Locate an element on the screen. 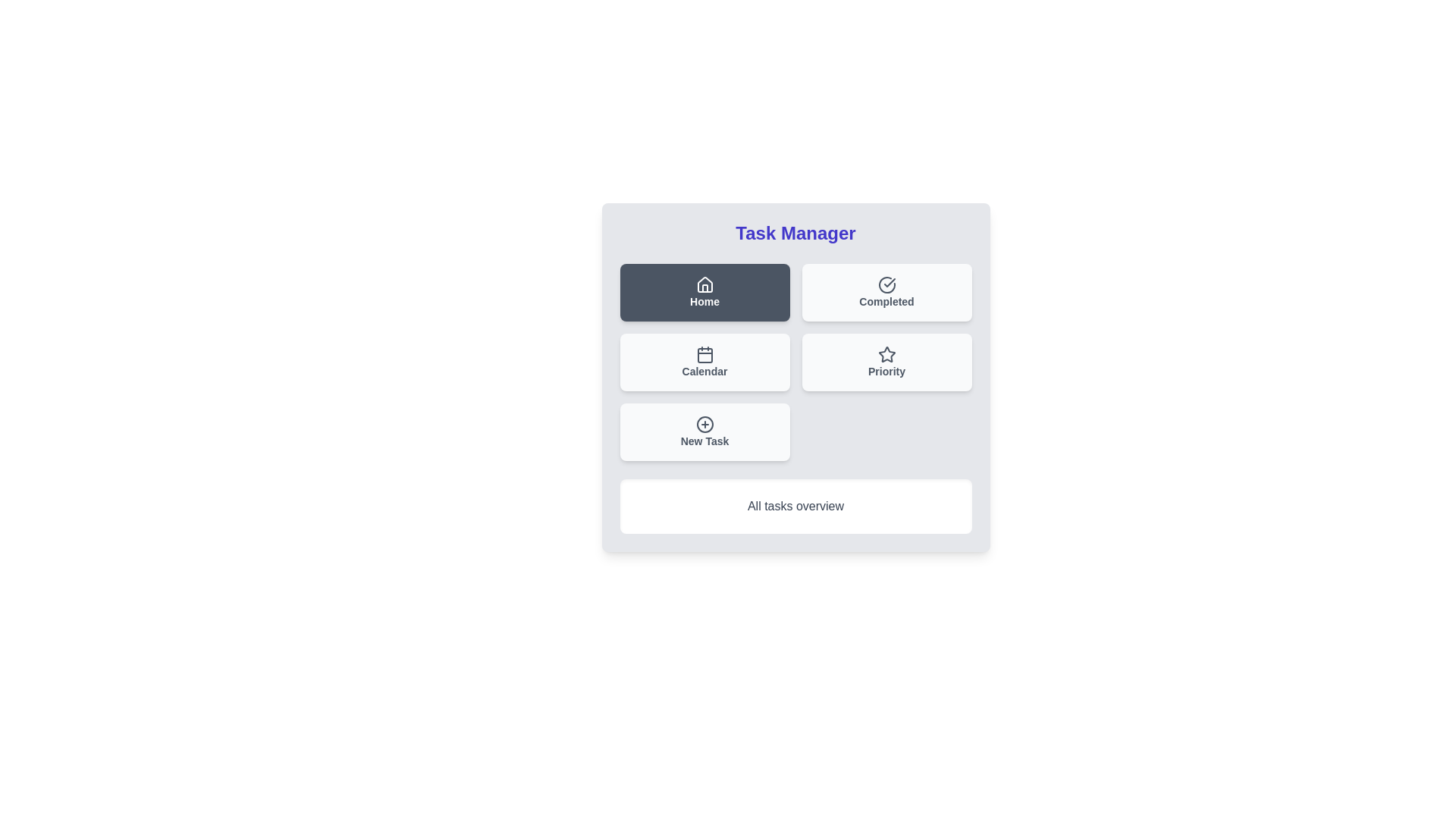 This screenshot has width=1456, height=819. the star icon within the 'Priority' button located in the second row, second column of the 'Task Manager' UI to interact with it is located at coordinates (886, 353).